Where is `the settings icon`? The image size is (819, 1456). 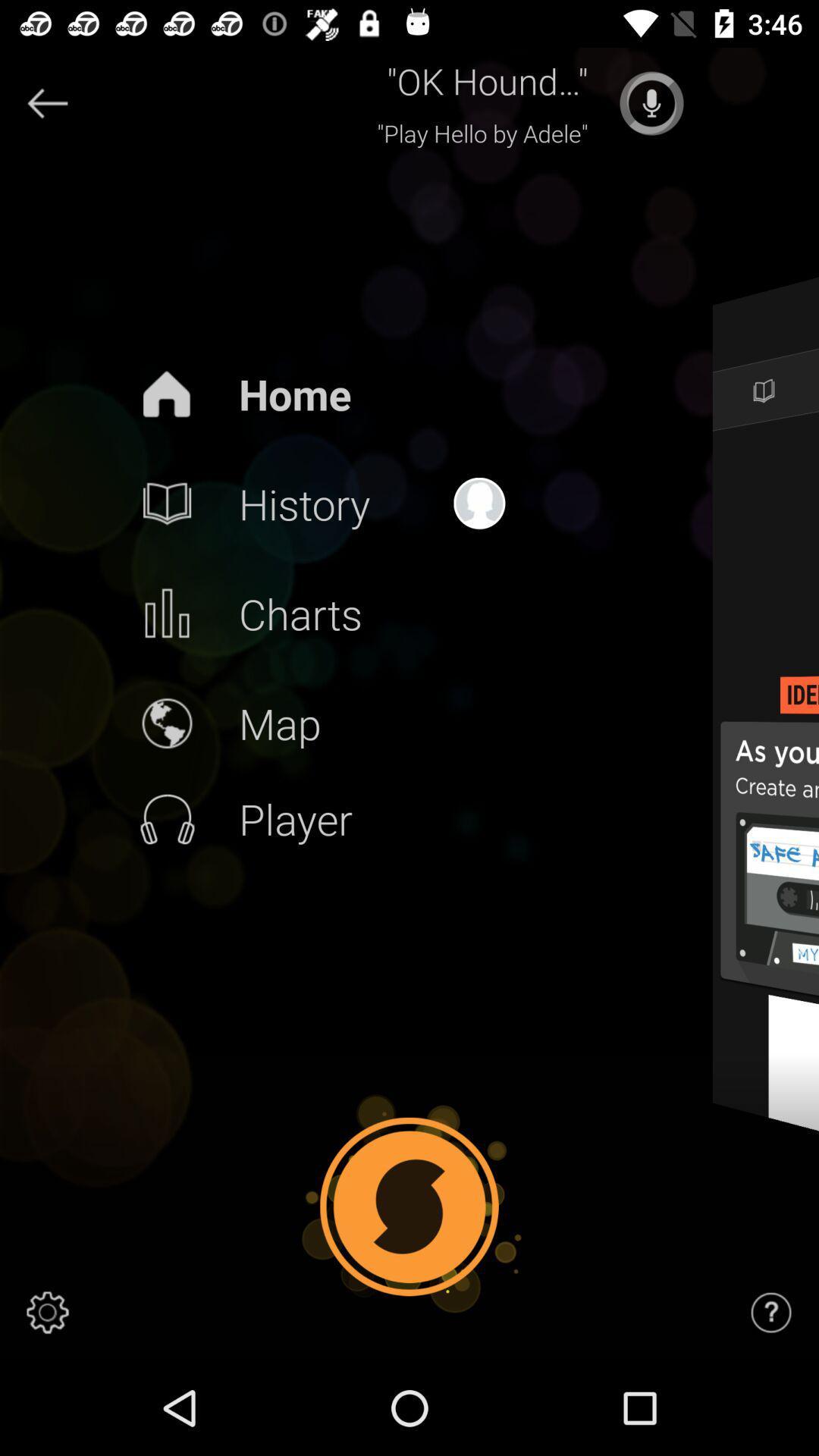
the settings icon is located at coordinates (46, 1312).